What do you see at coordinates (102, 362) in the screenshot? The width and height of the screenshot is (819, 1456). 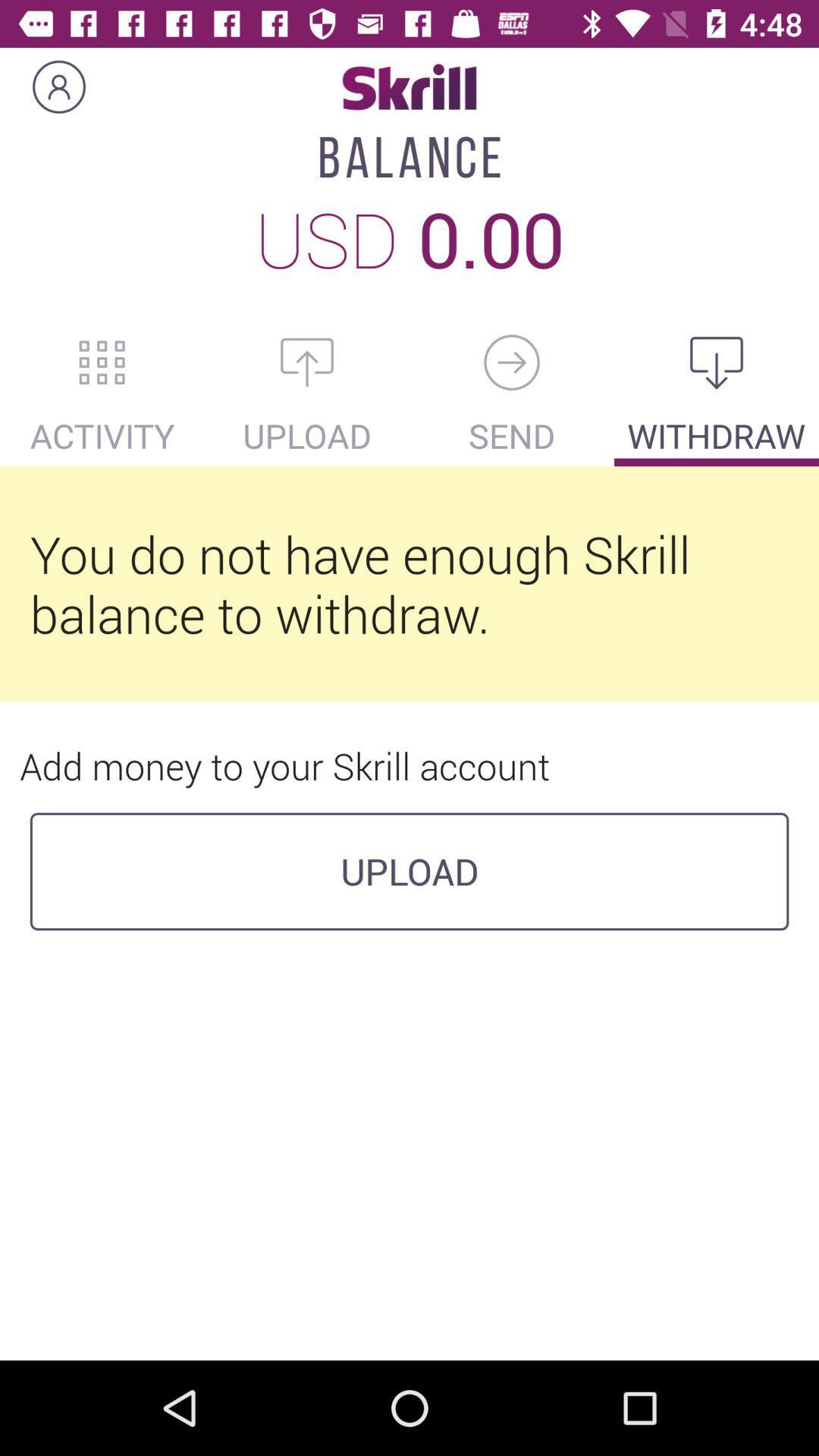 I see `activity` at bounding box center [102, 362].